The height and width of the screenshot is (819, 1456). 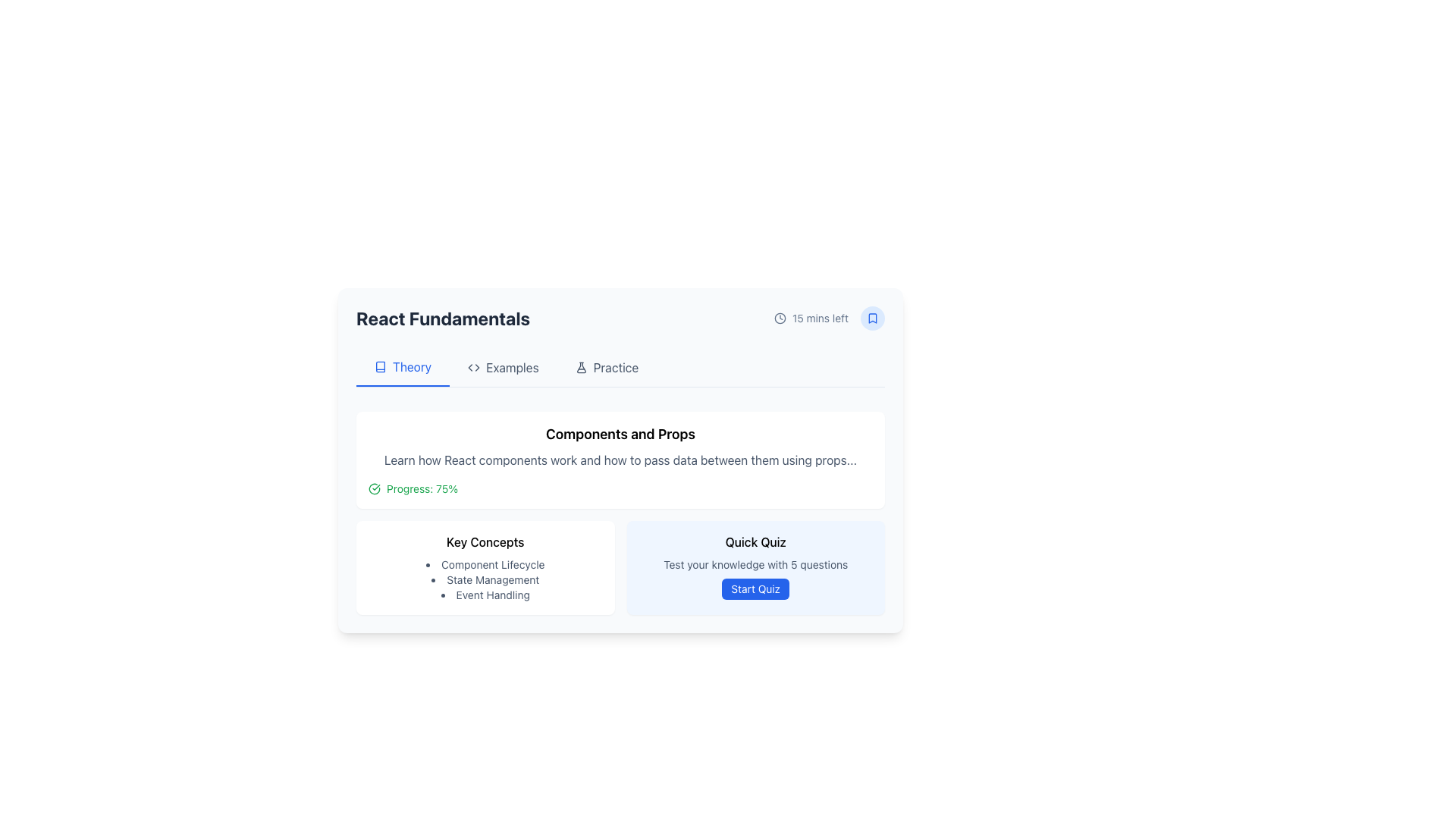 I want to click on text displayed in the time information label located in the top-right section of the central content card, aligned to the right of the clock icon, so click(x=819, y=318).